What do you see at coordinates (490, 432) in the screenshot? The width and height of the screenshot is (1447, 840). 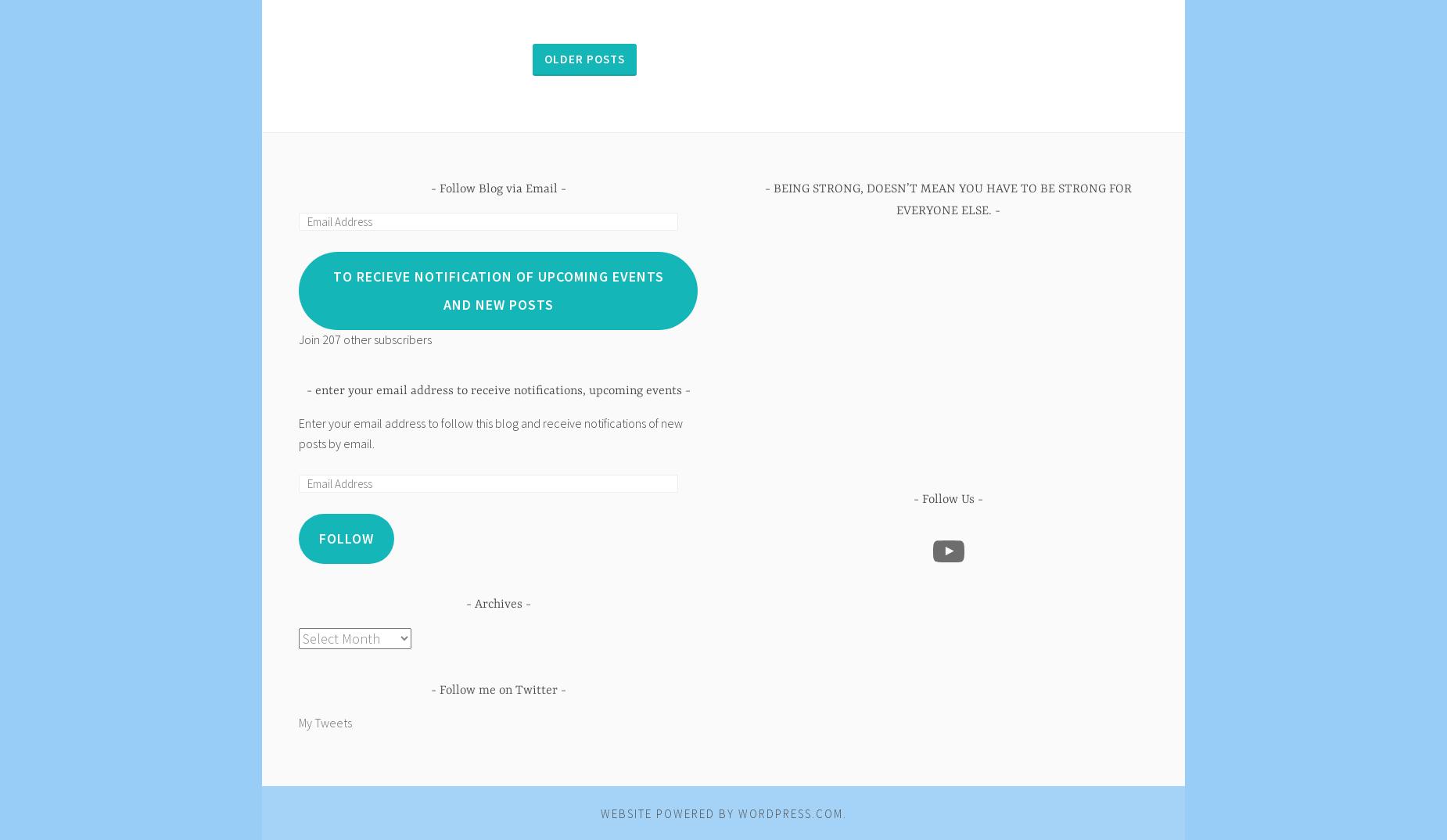 I see `'Enter your email address to follow this blog and receive notifications of new posts by email.'` at bounding box center [490, 432].